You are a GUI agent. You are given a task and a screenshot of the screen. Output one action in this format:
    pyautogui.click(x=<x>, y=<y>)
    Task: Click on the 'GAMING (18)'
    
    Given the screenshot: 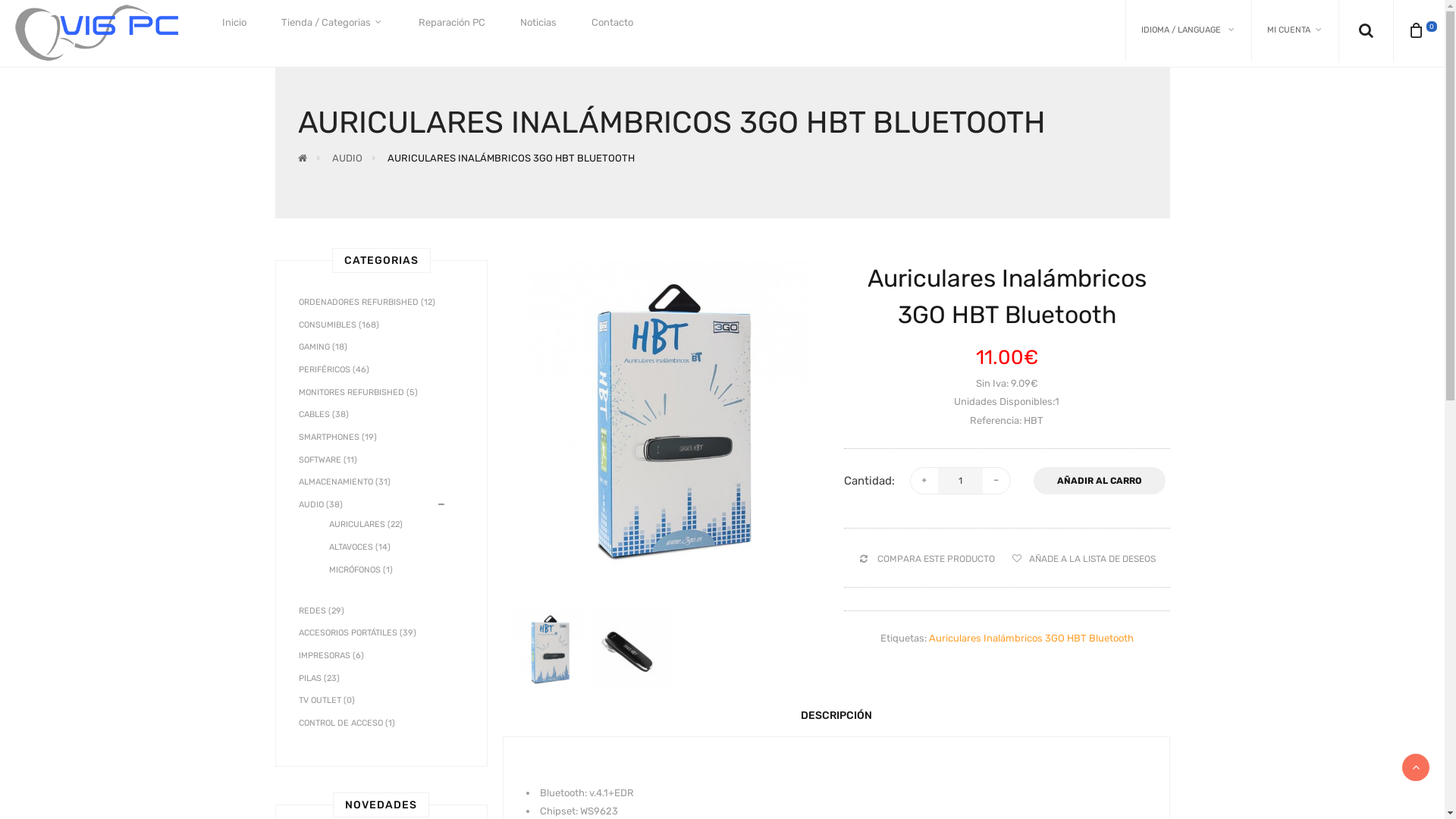 What is the action you would take?
    pyautogui.click(x=322, y=347)
    